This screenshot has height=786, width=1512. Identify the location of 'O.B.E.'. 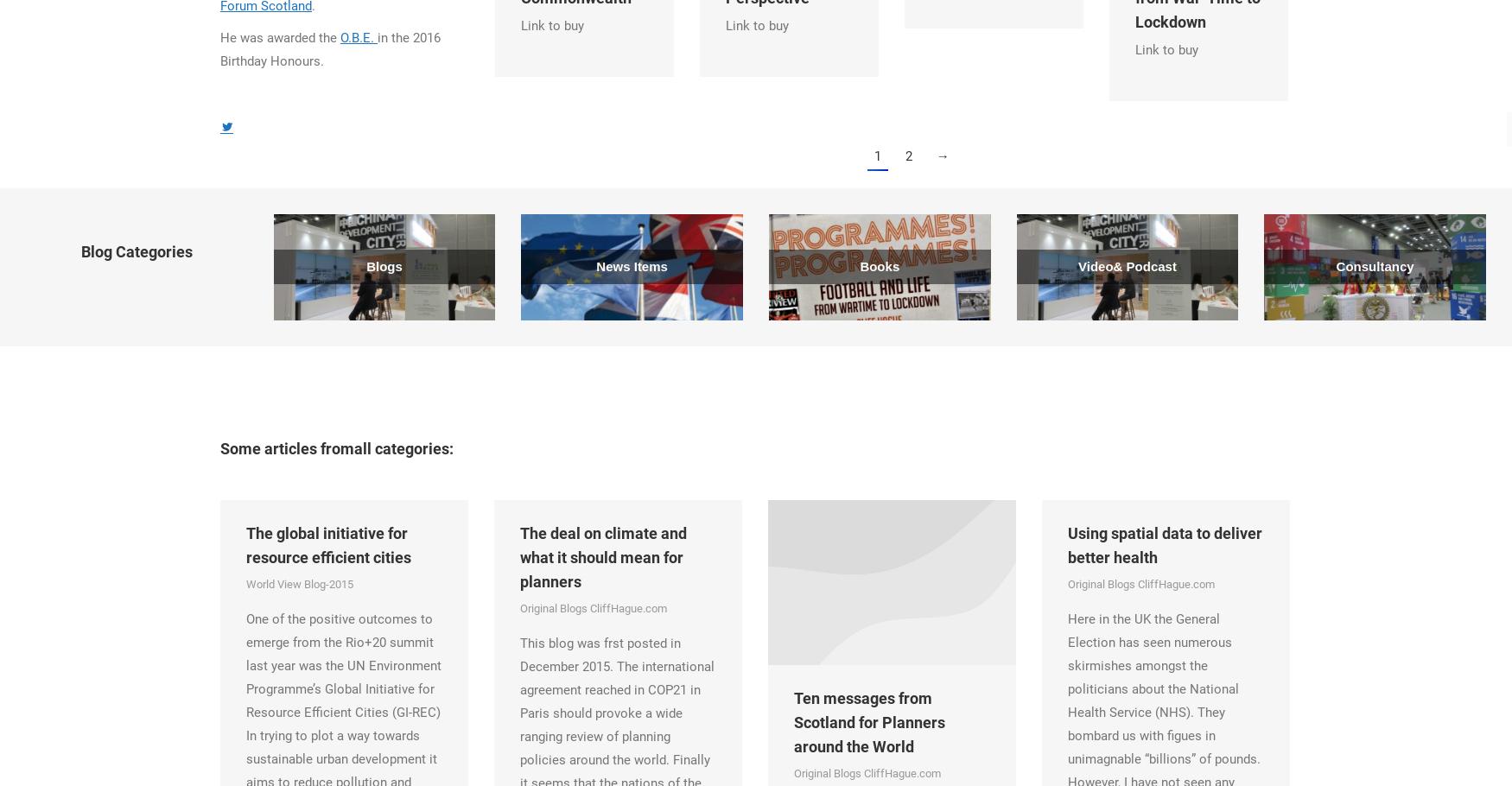
(358, 37).